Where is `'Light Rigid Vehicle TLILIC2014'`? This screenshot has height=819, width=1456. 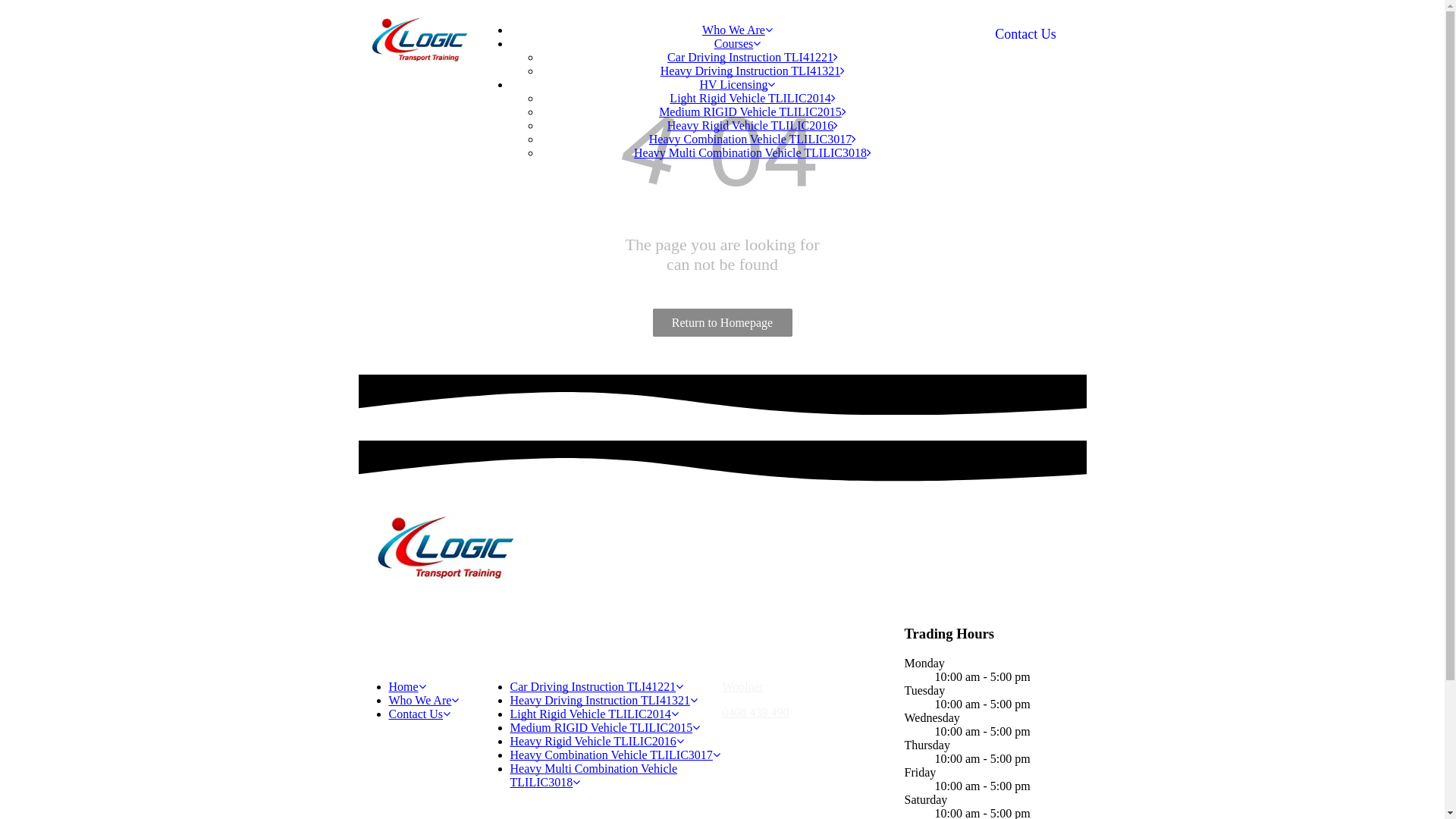
'Light Rigid Vehicle TLILIC2014' is located at coordinates (592, 714).